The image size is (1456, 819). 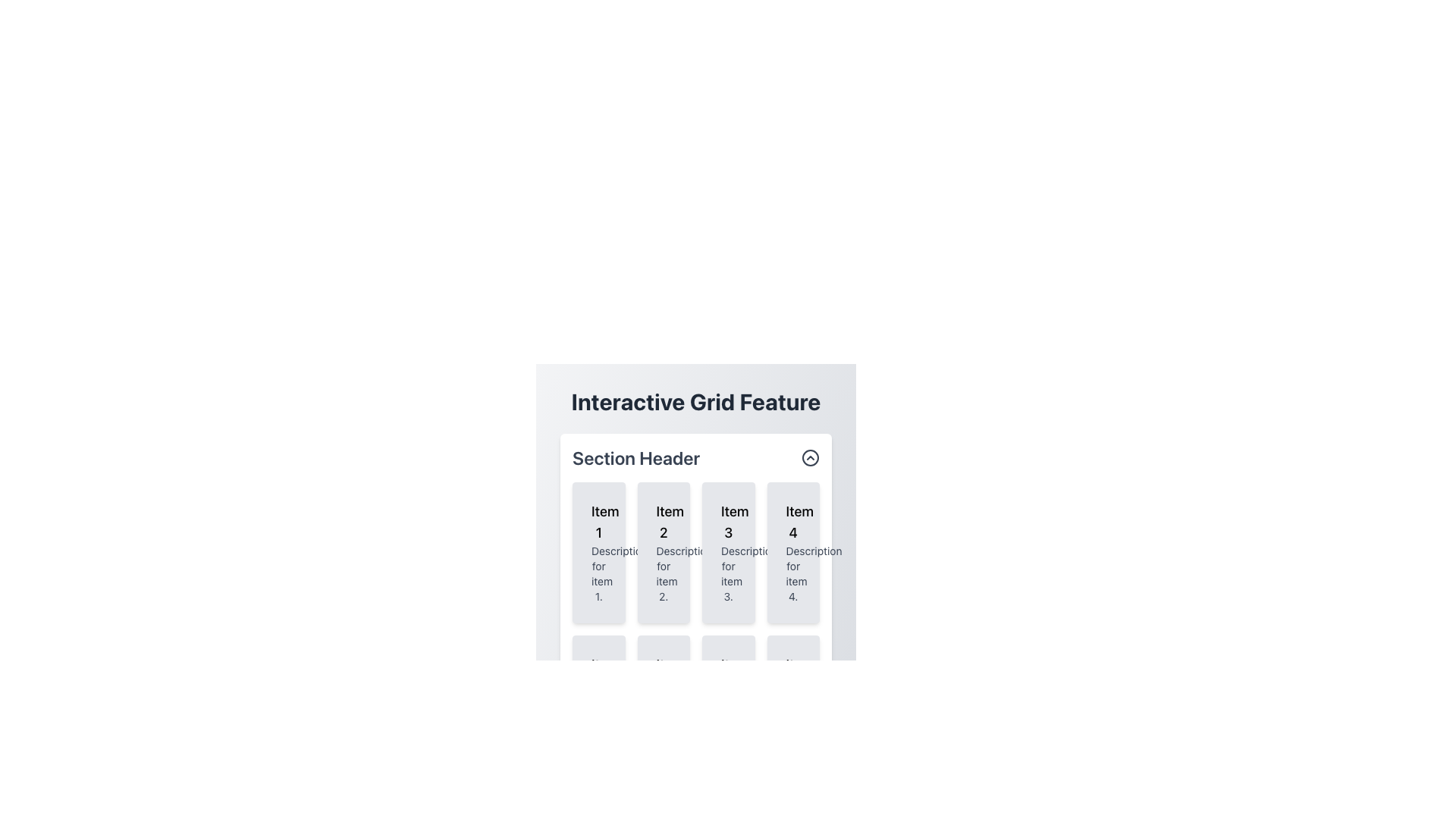 I want to click on the display card for 'Item 2', located in the first row and second column of the grid layout, between 'Item 1' and 'Item 3' in the 'Interactive Grid Feature' section, so click(x=664, y=553).